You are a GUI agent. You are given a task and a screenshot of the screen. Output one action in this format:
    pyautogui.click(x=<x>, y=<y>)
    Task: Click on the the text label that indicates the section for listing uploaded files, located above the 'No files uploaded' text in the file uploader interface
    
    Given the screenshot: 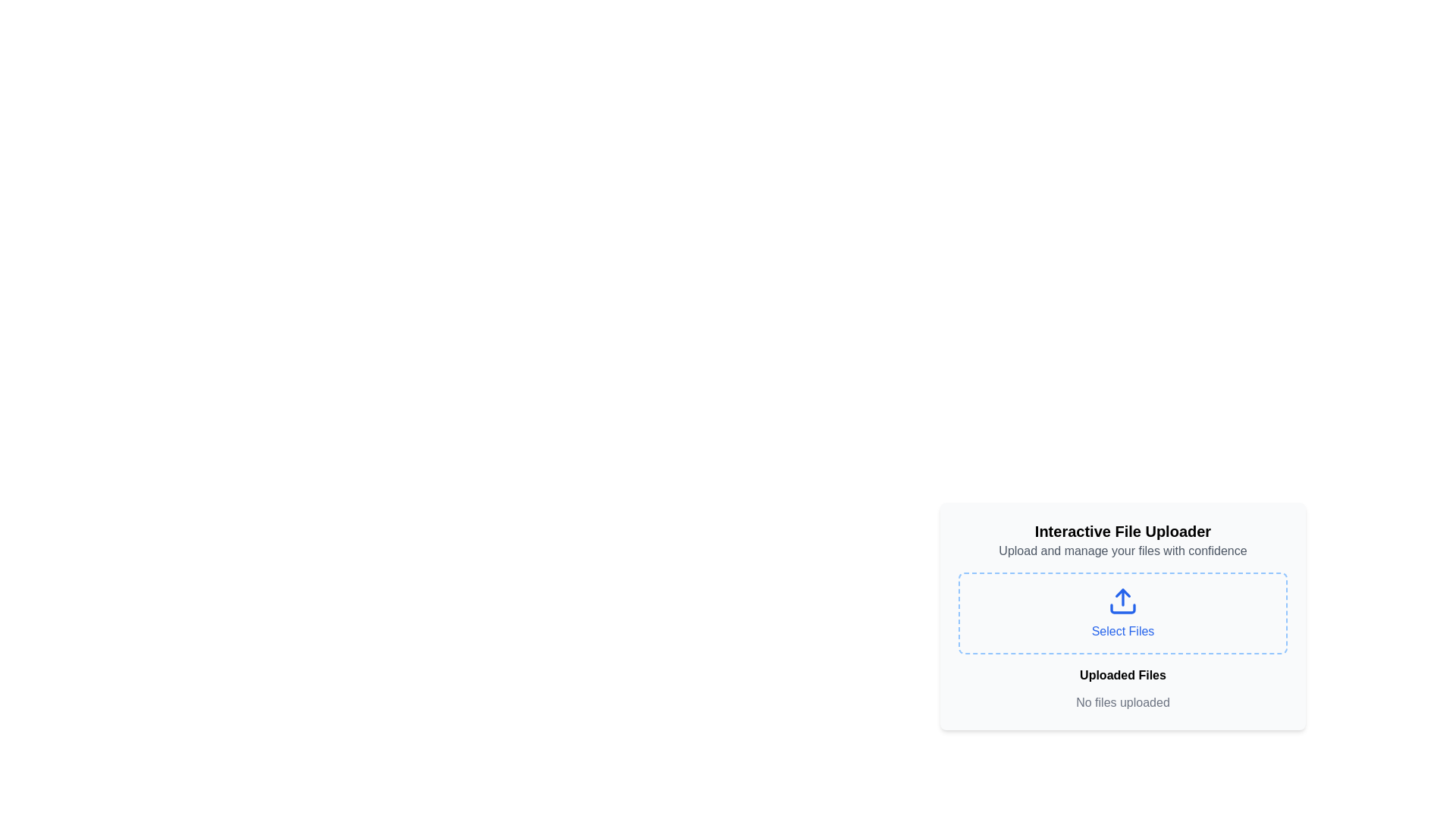 What is the action you would take?
    pyautogui.click(x=1123, y=675)
    